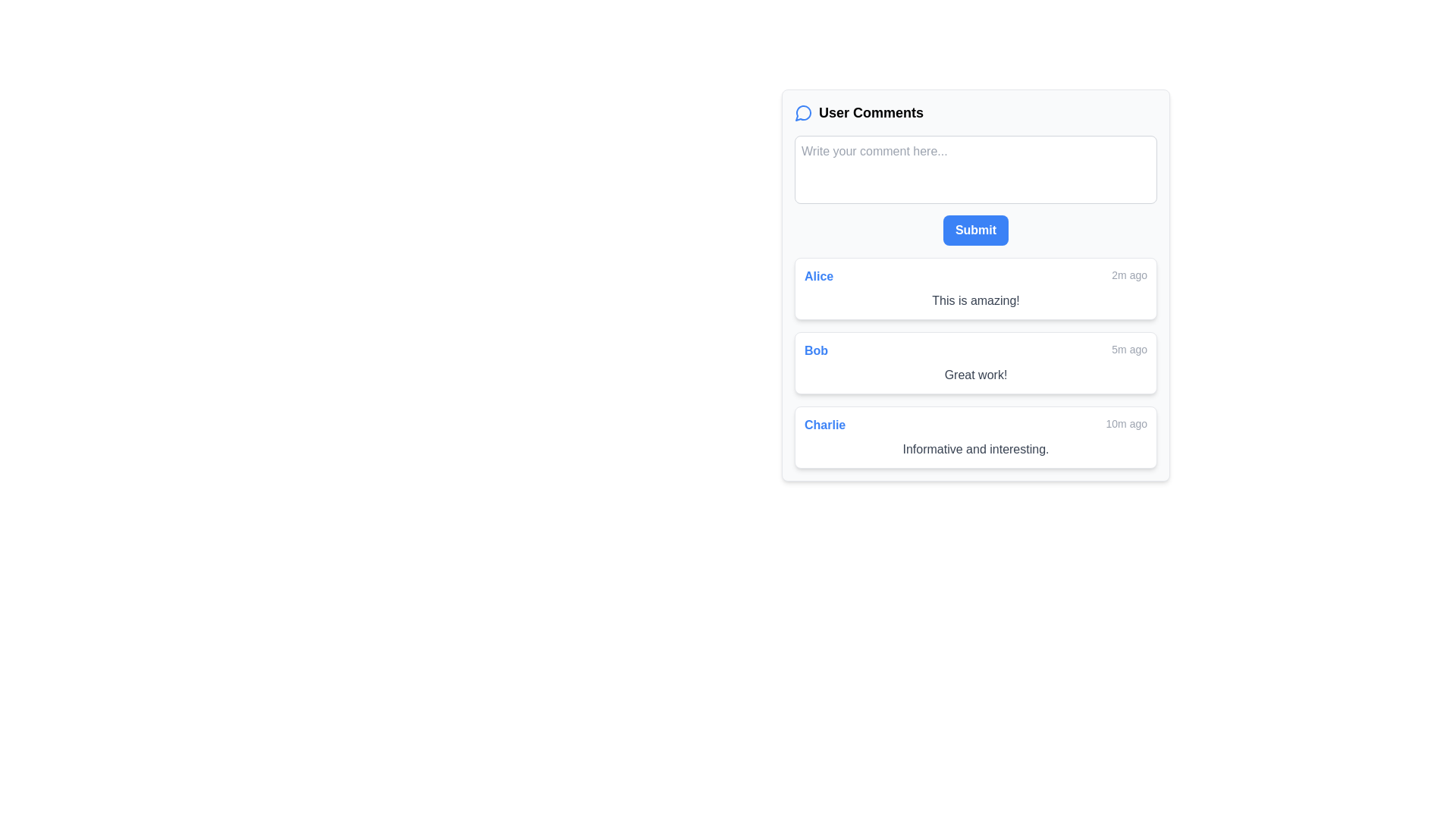 The image size is (1456, 819). What do you see at coordinates (802, 112) in the screenshot?
I see `the circular chat bubble icon used for comments, located near the title 'User Comments' in the user comment panel` at bounding box center [802, 112].